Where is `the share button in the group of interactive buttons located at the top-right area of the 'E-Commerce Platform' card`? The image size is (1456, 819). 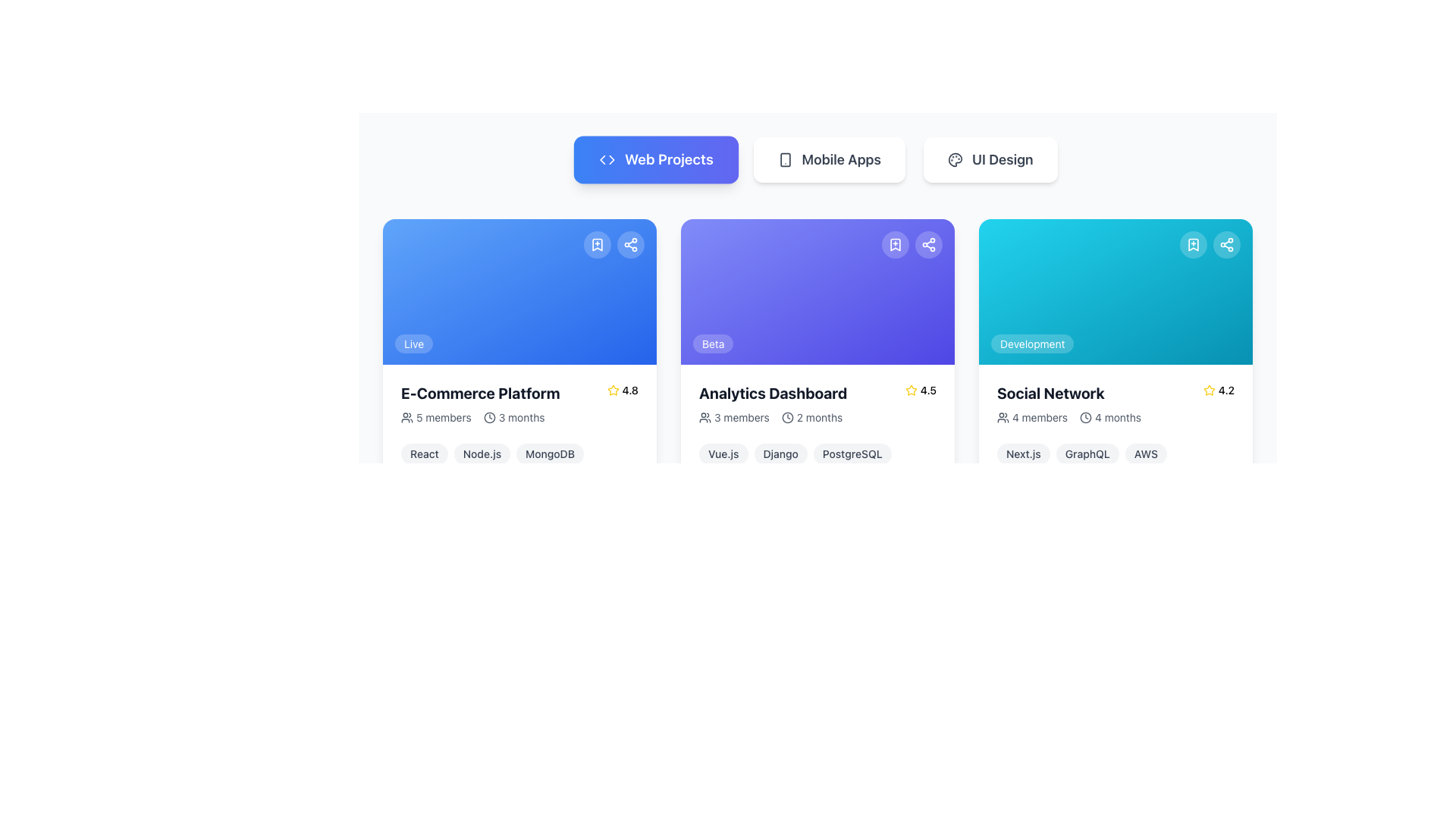
the share button in the group of interactive buttons located at the top-right area of the 'E-Commerce Platform' card is located at coordinates (614, 244).